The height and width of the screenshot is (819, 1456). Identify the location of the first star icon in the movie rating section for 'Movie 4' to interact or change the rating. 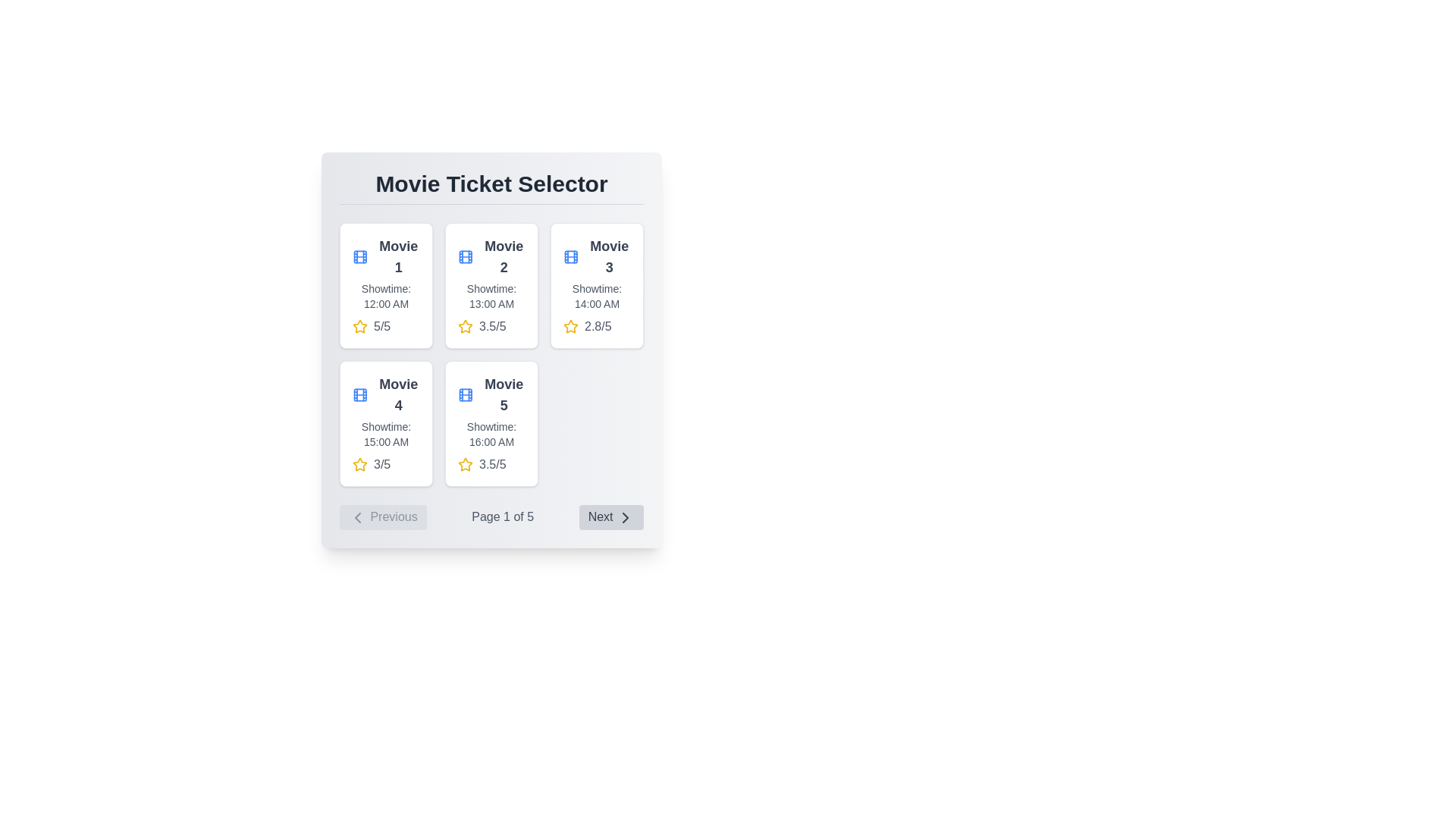
(359, 464).